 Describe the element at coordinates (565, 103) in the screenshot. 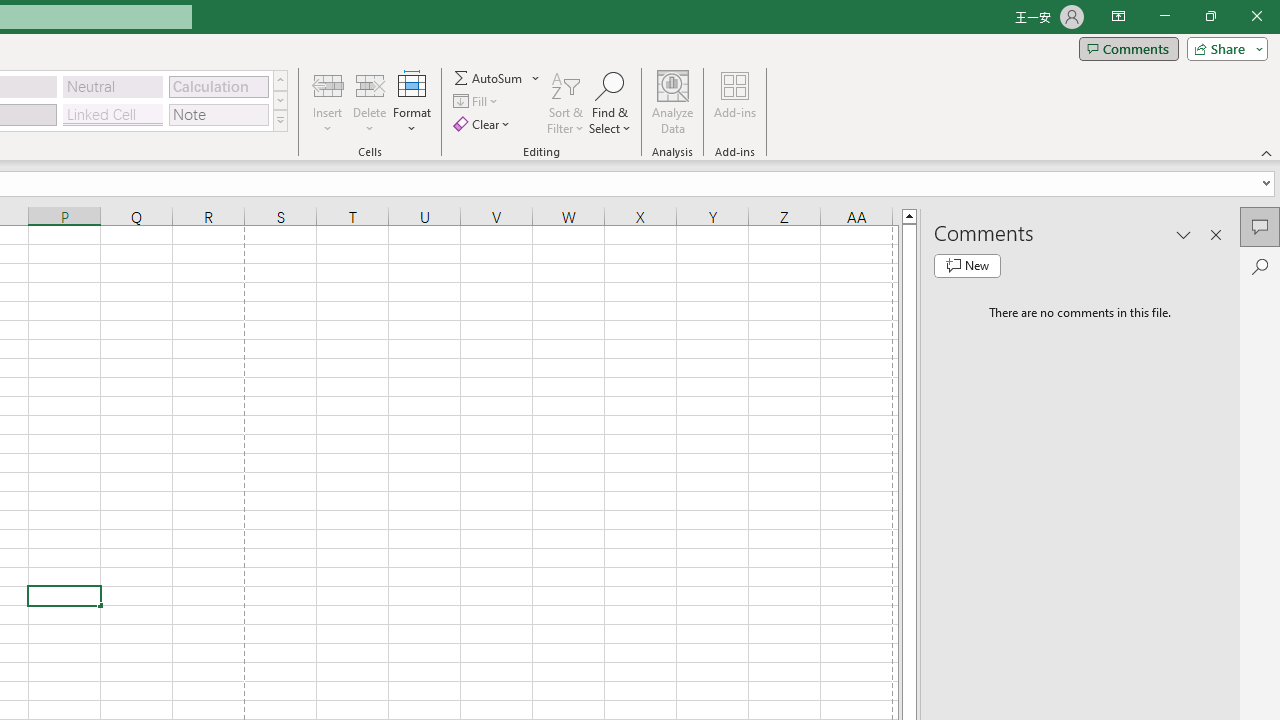

I see `'Sort & Filter'` at that location.